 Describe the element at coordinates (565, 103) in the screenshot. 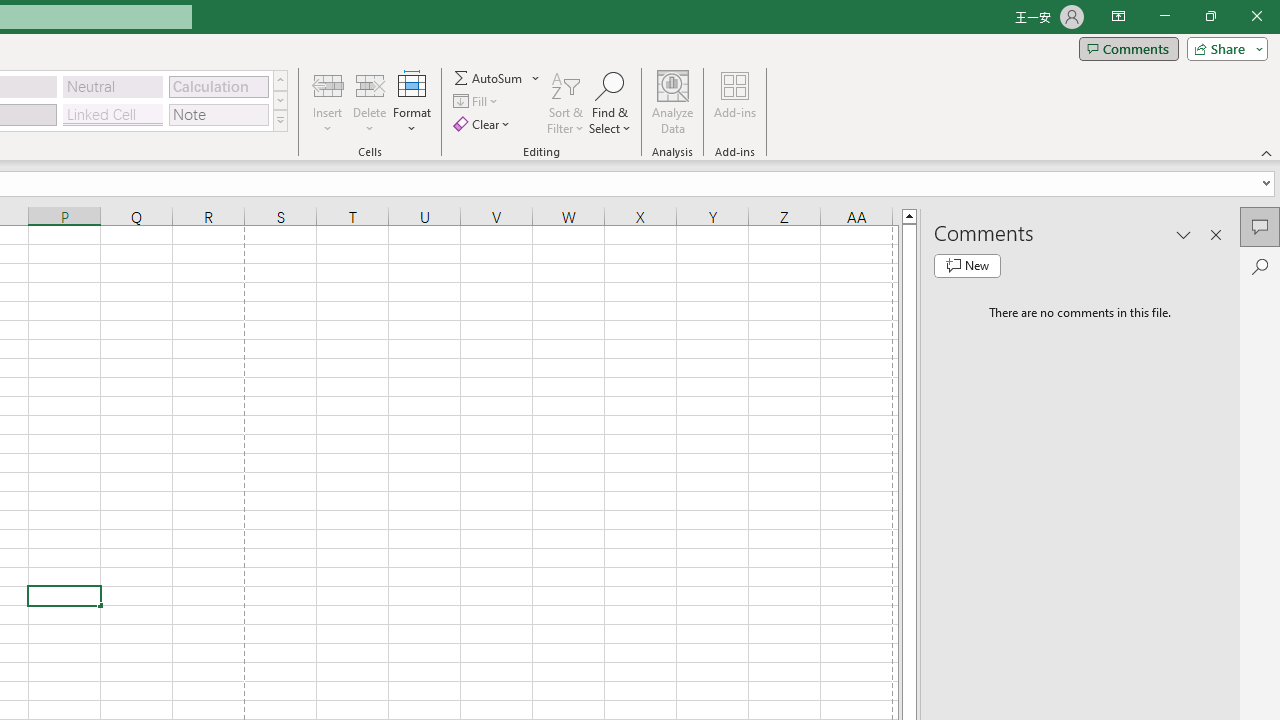

I see `'Sort & Filter'` at that location.